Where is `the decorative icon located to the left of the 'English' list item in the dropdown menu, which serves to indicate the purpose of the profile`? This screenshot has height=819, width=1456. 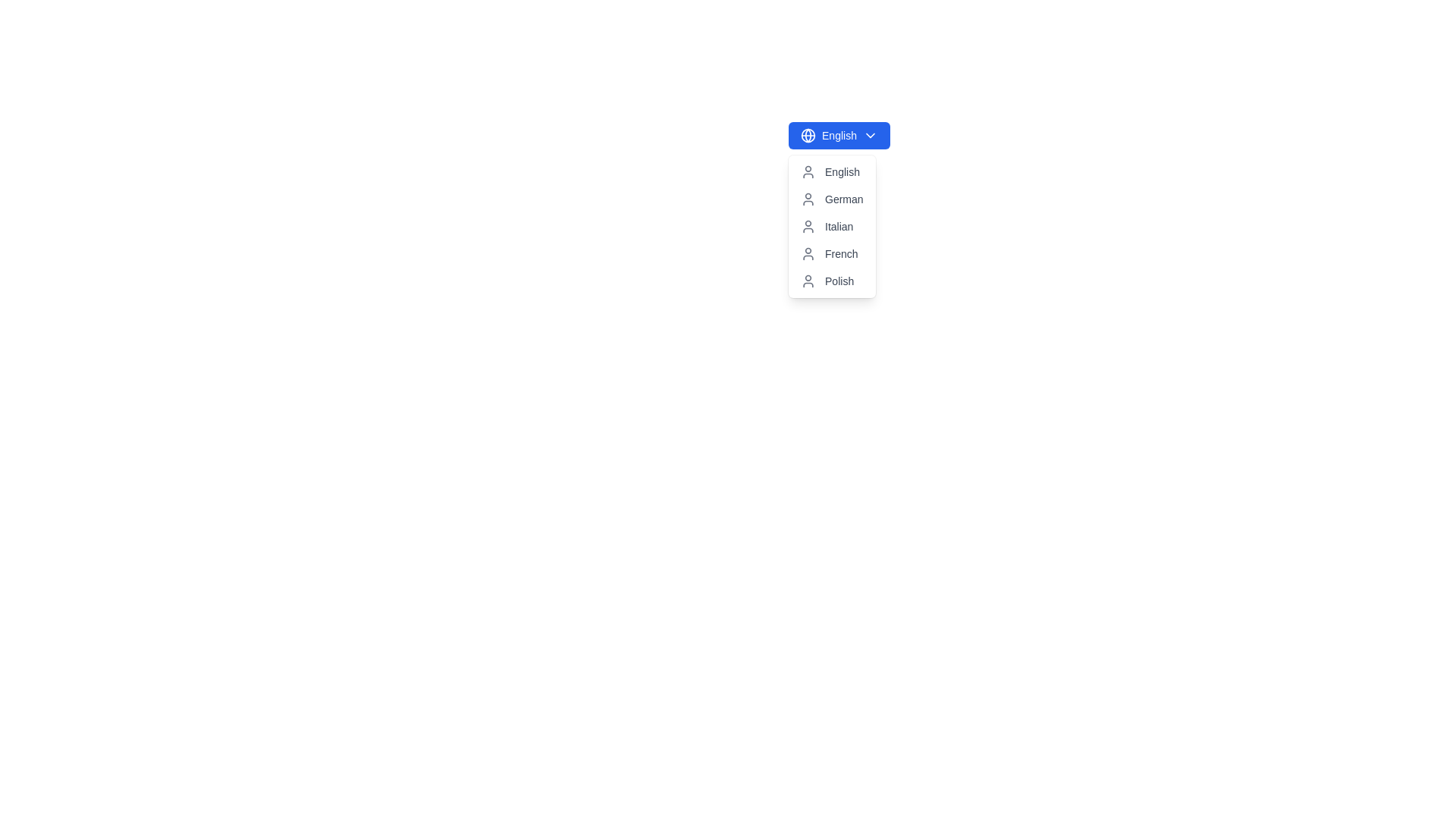 the decorative icon located to the left of the 'English' list item in the dropdown menu, which serves to indicate the purpose of the profile is located at coordinates (807, 171).